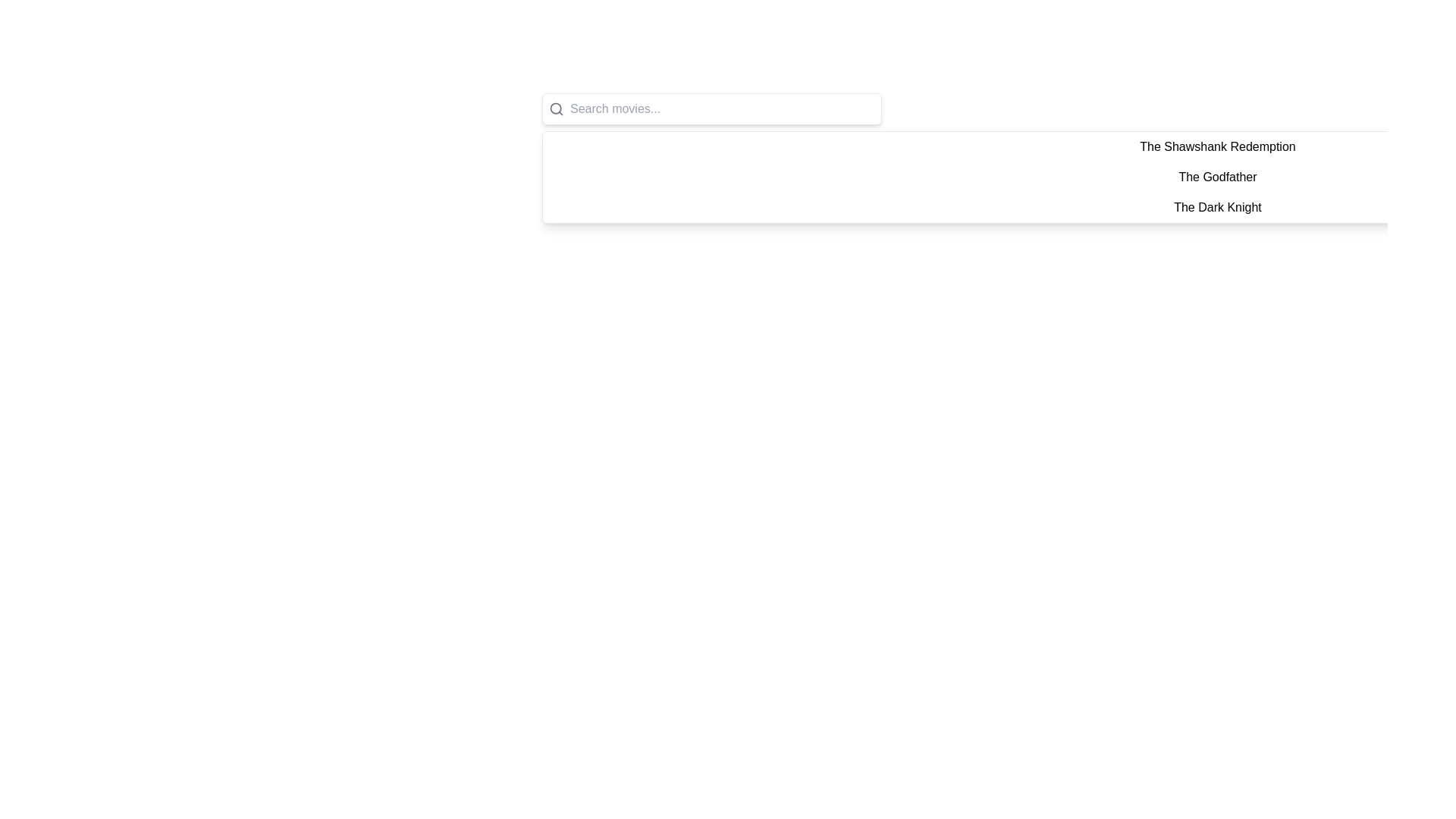  I want to click on the search input field to focus and start typing keywords for movie searches, so click(711, 108).